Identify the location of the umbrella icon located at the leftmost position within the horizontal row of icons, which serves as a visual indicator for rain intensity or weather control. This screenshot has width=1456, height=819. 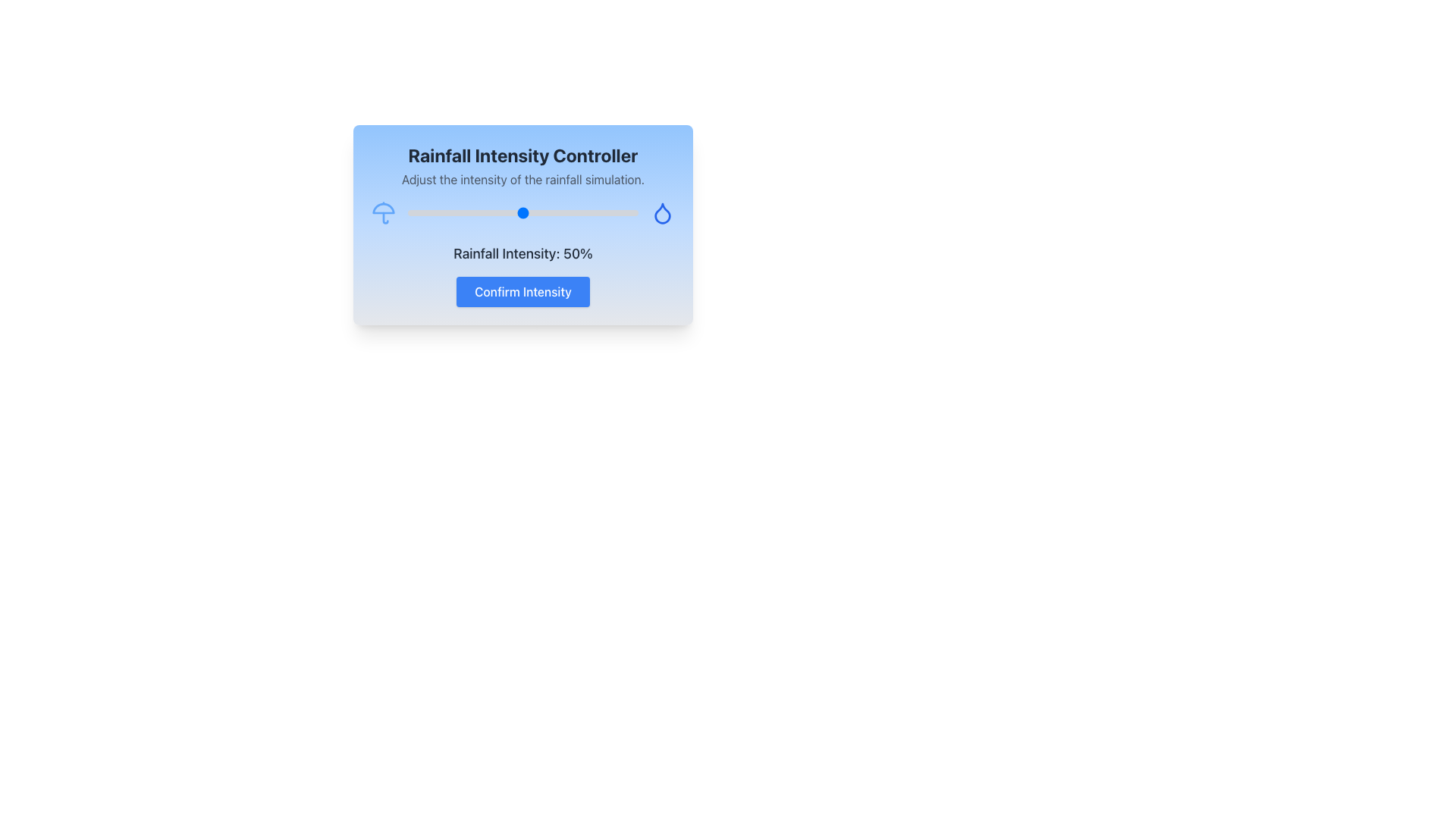
(383, 213).